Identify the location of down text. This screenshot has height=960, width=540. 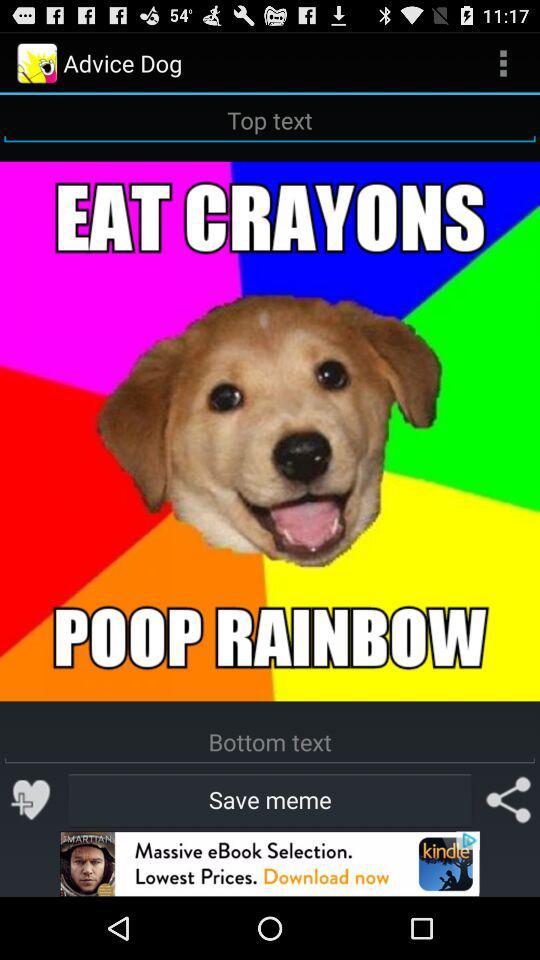
(270, 741).